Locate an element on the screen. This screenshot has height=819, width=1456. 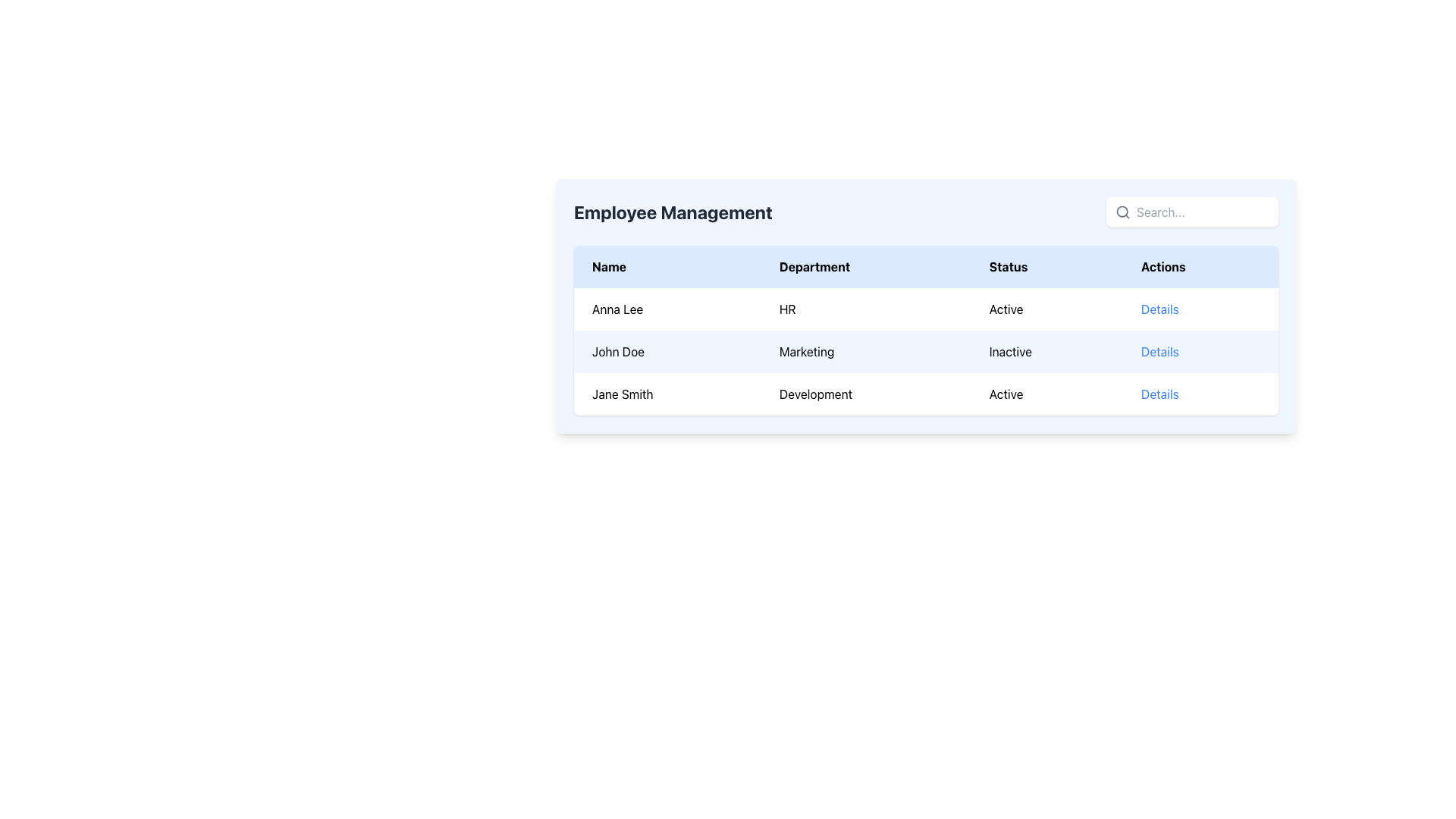
the 'Details' link styled as blue, underlined text located is located at coordinates (1159, 309).